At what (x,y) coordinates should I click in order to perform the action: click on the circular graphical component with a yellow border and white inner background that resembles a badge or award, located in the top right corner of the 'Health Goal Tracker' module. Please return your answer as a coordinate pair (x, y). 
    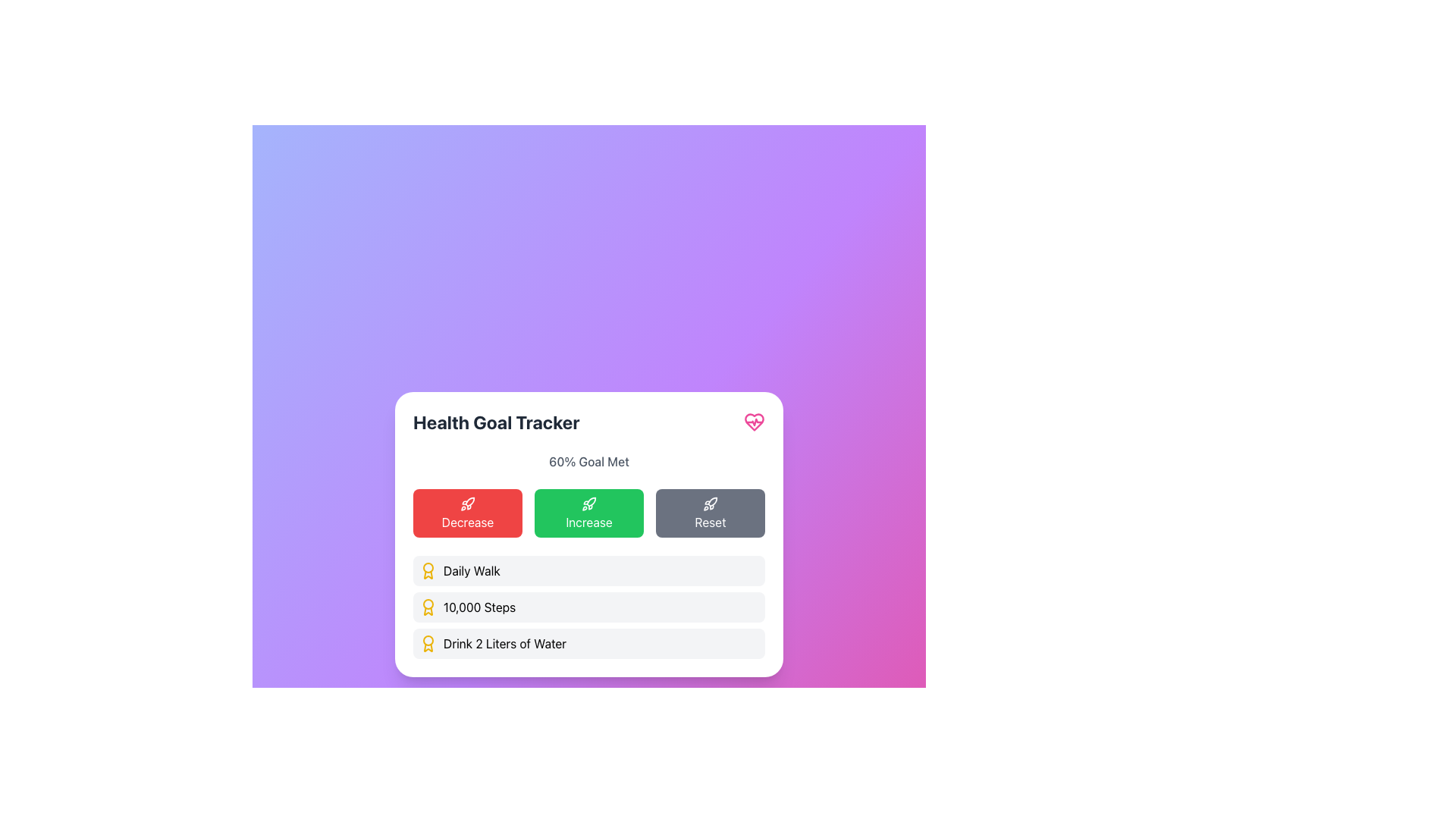
    Looking at the image, I should click on (428, 567).